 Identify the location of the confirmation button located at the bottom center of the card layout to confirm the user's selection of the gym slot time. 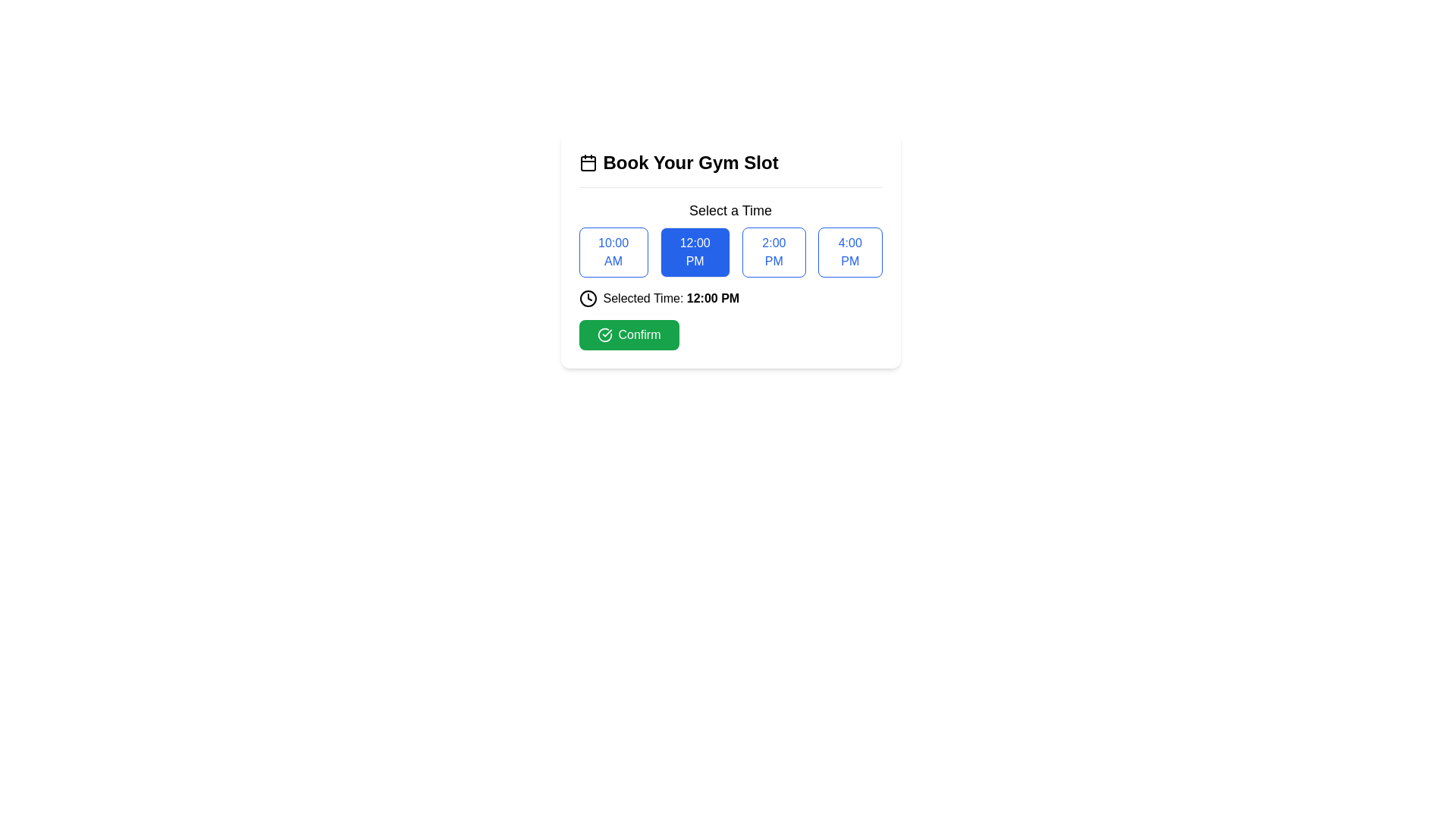
(629, 334).